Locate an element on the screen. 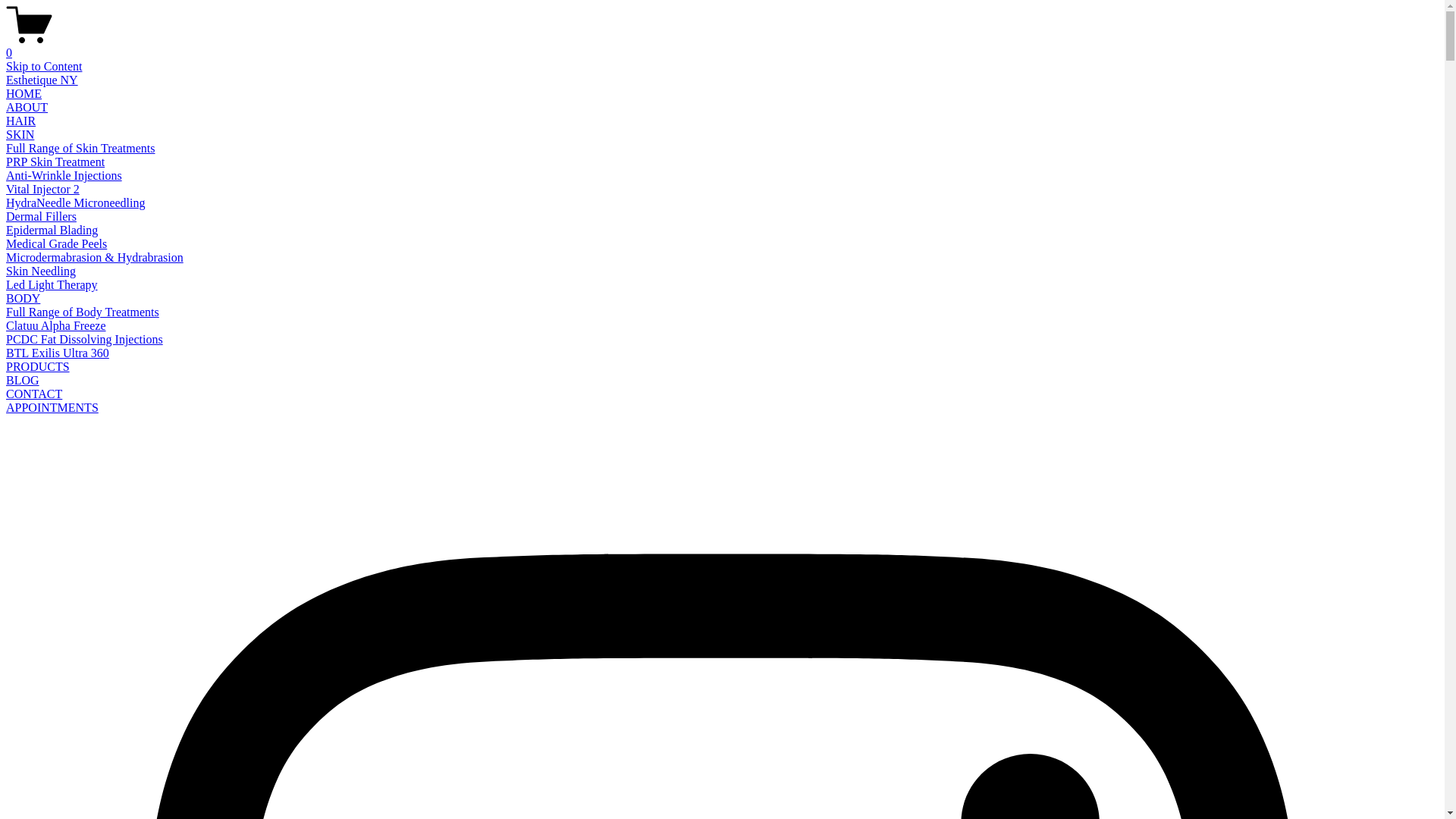  'Medical Grade Peels' is located at coordinates (56, 243).